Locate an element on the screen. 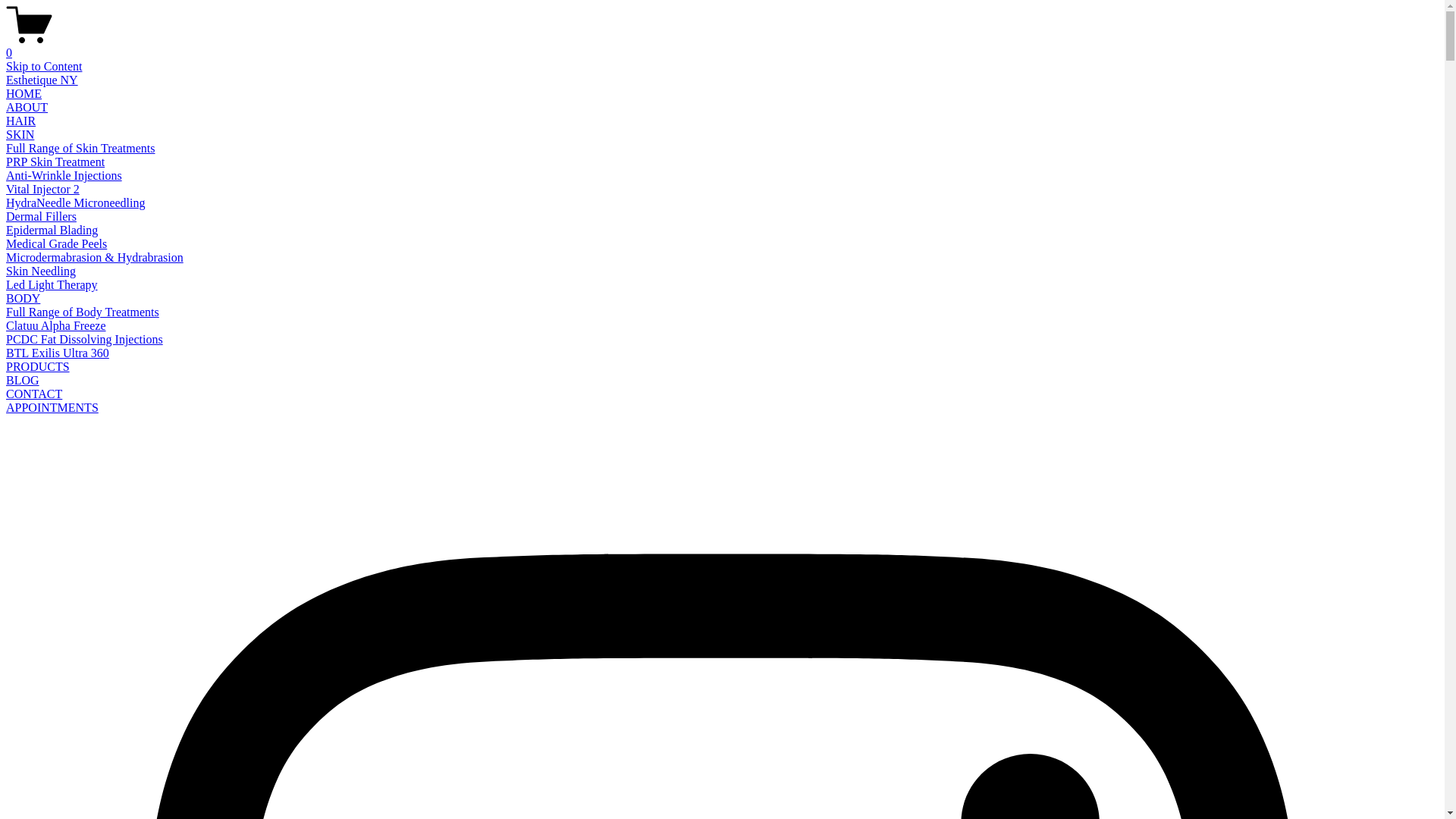  'Medical Grade Peels' is located at coordinates (56, 243).